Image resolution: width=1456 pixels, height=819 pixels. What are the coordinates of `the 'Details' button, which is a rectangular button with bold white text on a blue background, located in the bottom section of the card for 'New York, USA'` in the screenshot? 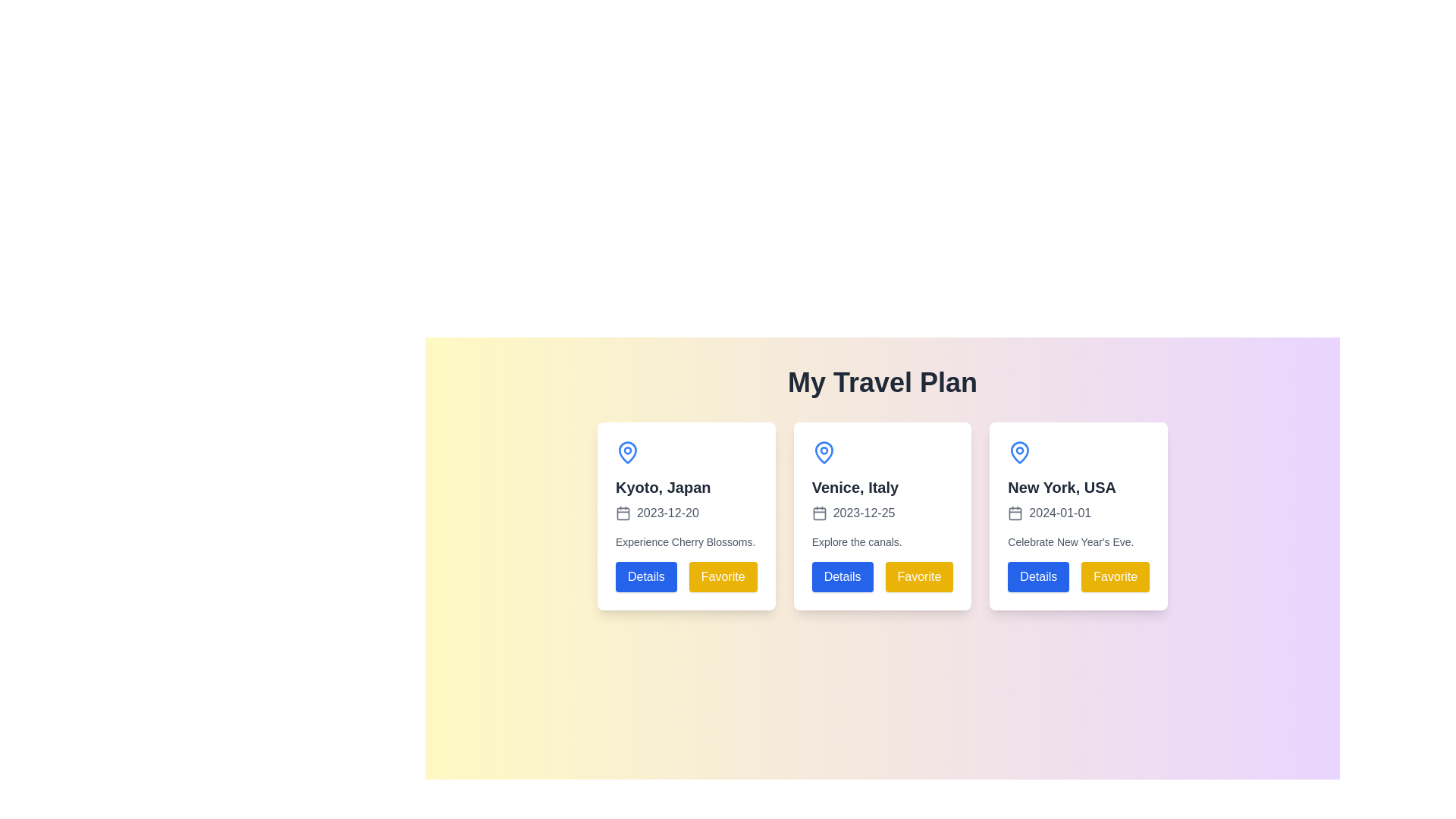 It's located at (1037, 576).